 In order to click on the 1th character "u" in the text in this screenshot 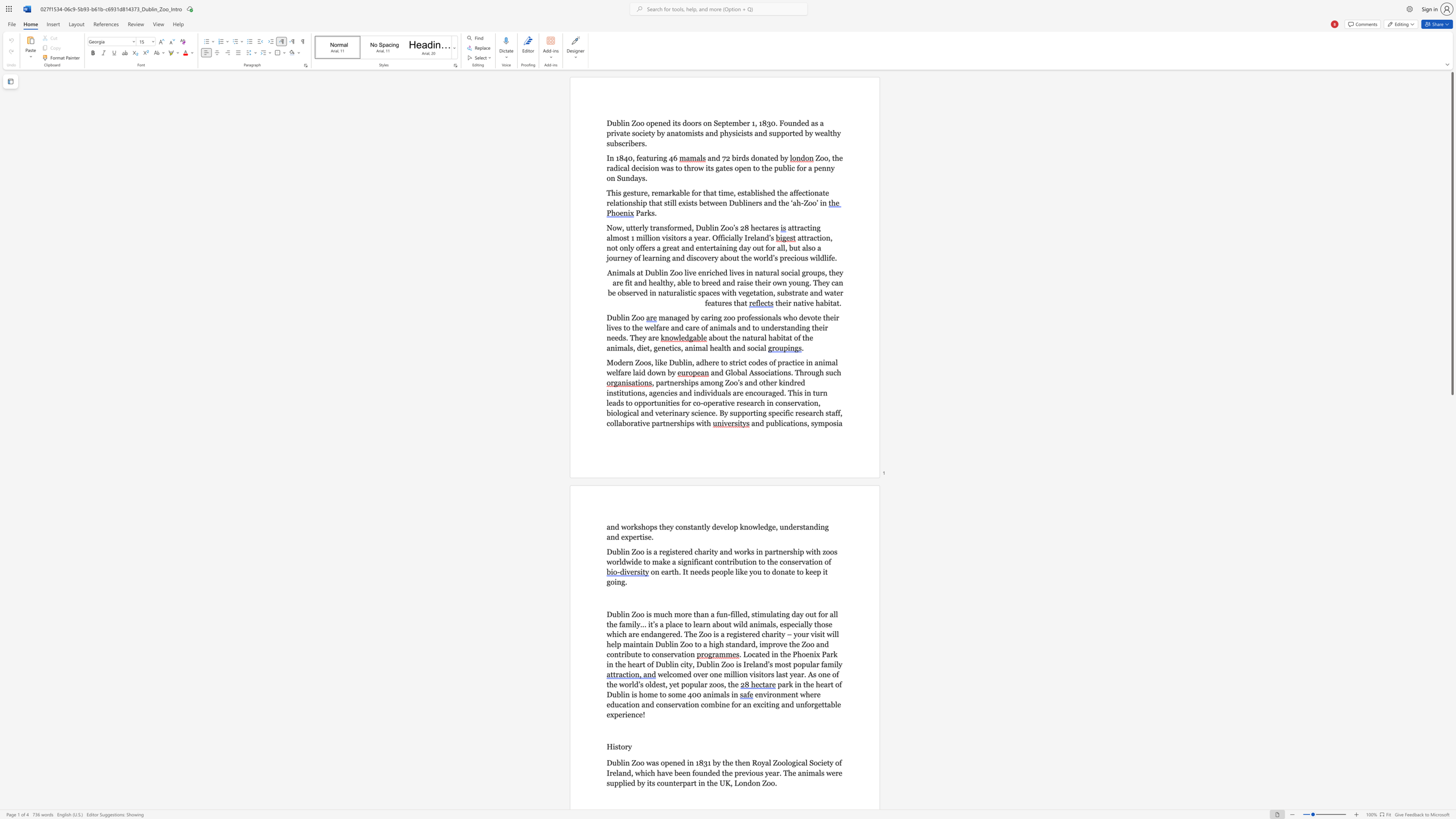, I will do `click(813, 372)`.